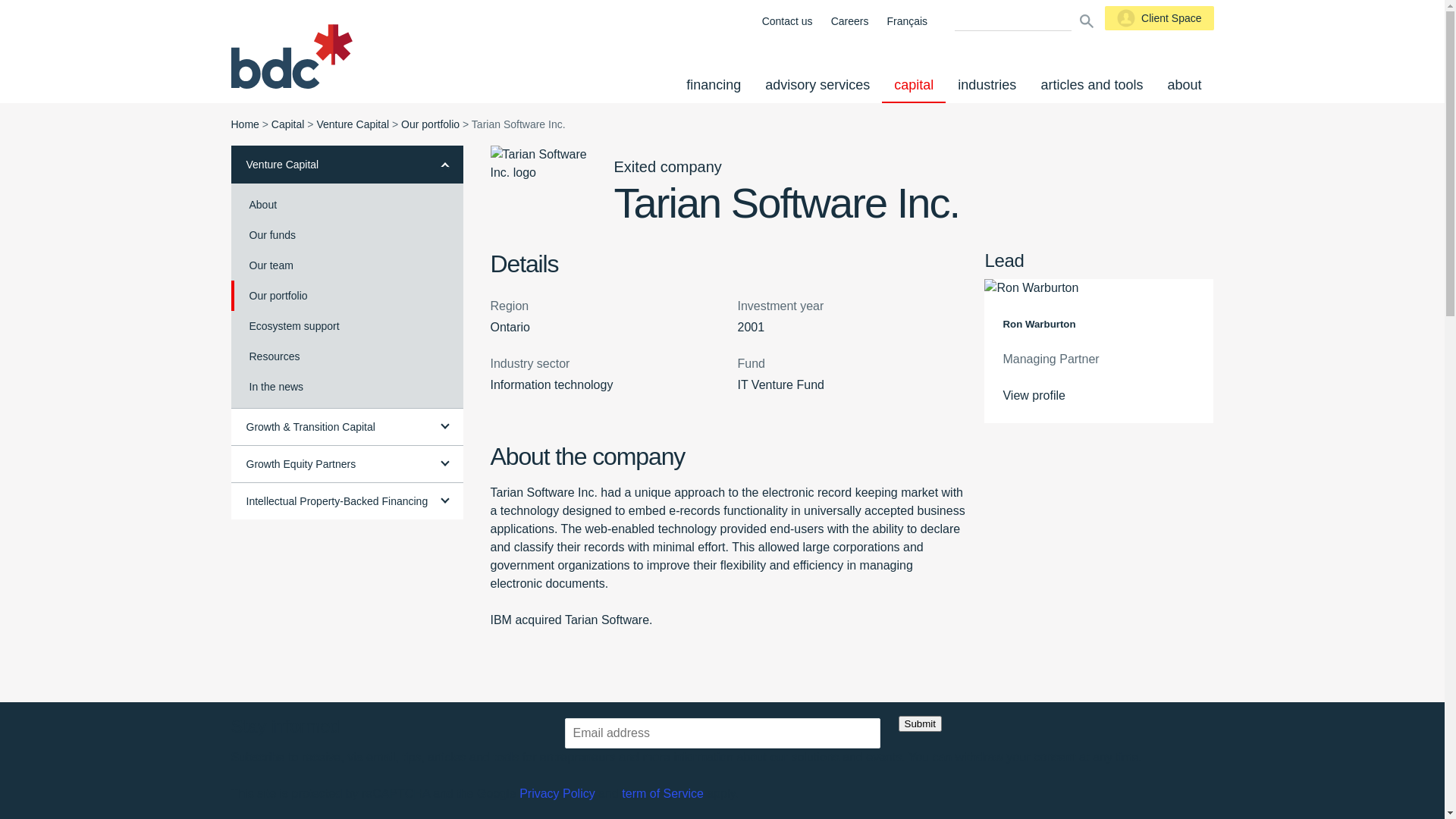 This screenshot has width=1456, height=819. I want to click on 'Submit', so click(918, 723).